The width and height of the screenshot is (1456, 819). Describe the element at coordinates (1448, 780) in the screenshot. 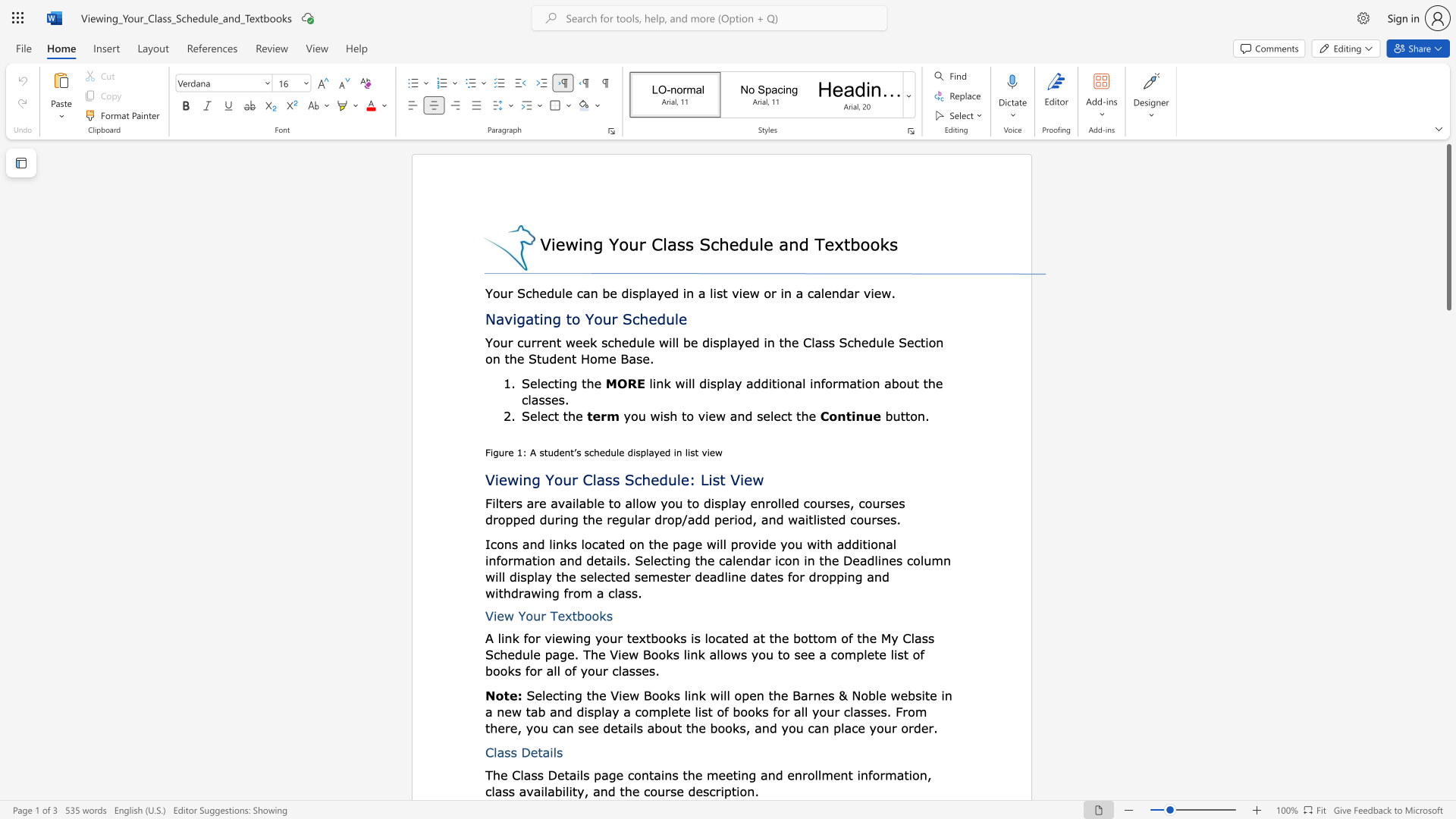

I see `the scrollbar to move the page downward` at that location.